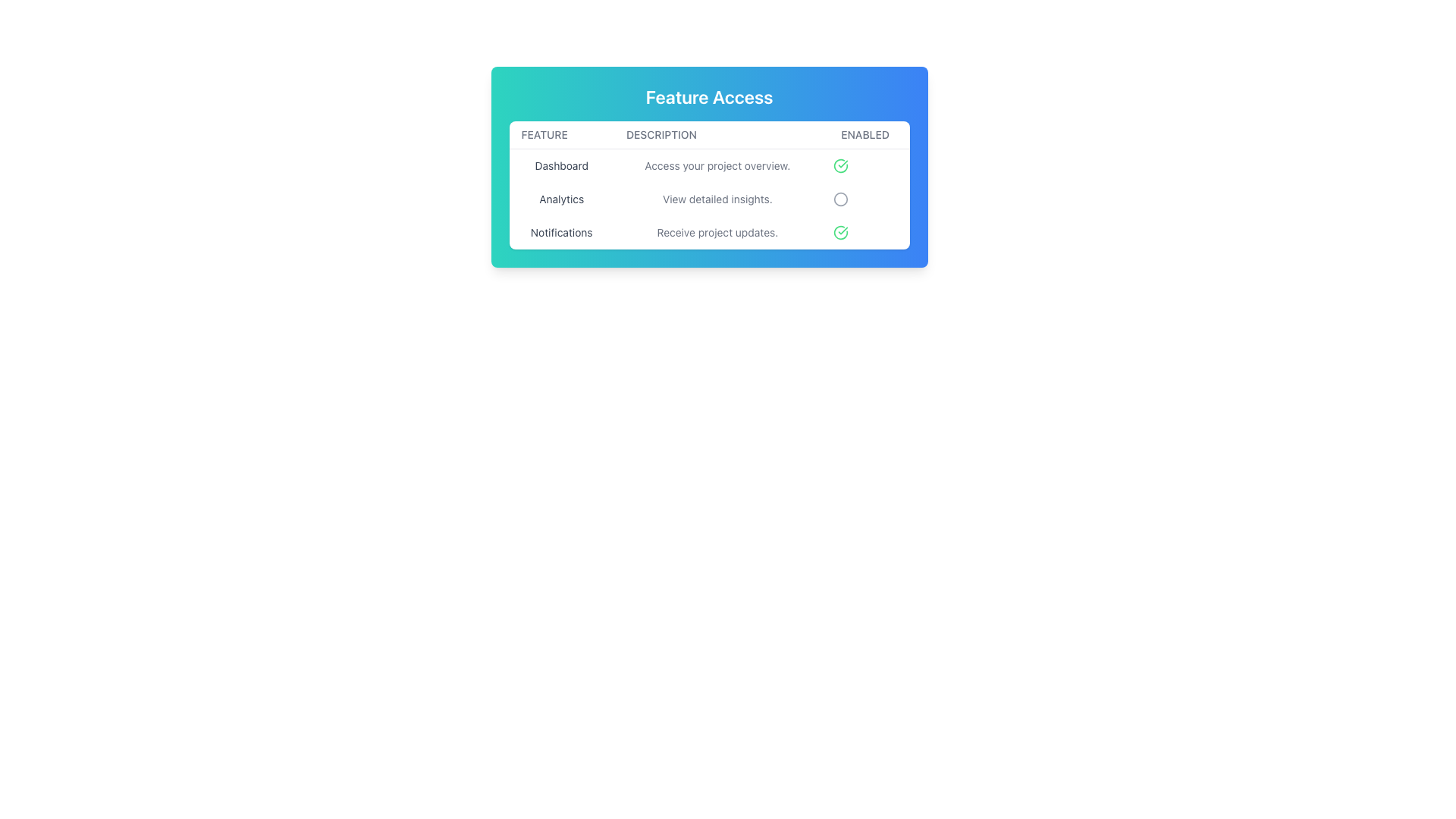 The height and width of the screenshot is (819, 1456). What do you see at coordinates (839, 233) in the screenshot?
I see `the green tick mark icon within a circle located in the 'Enabled' column of the 'Dashboard' row under the 'Feature Access' section` at bounding box center [839, 233].